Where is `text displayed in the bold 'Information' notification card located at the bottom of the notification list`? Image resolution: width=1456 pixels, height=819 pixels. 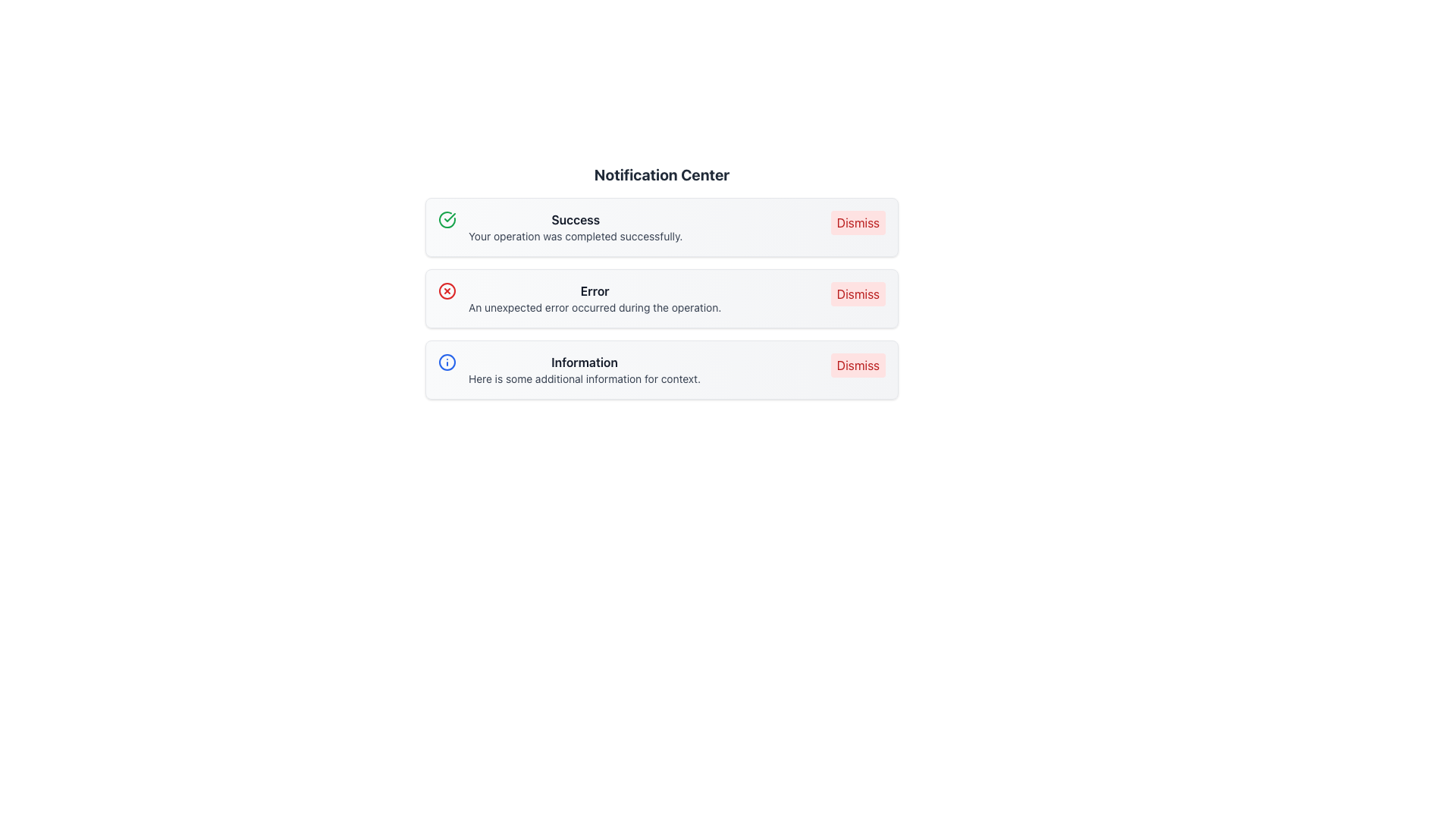
text displayed in the bold 'Information' notification card located at the bottom of the notification list is located at coordinates (584, 362).